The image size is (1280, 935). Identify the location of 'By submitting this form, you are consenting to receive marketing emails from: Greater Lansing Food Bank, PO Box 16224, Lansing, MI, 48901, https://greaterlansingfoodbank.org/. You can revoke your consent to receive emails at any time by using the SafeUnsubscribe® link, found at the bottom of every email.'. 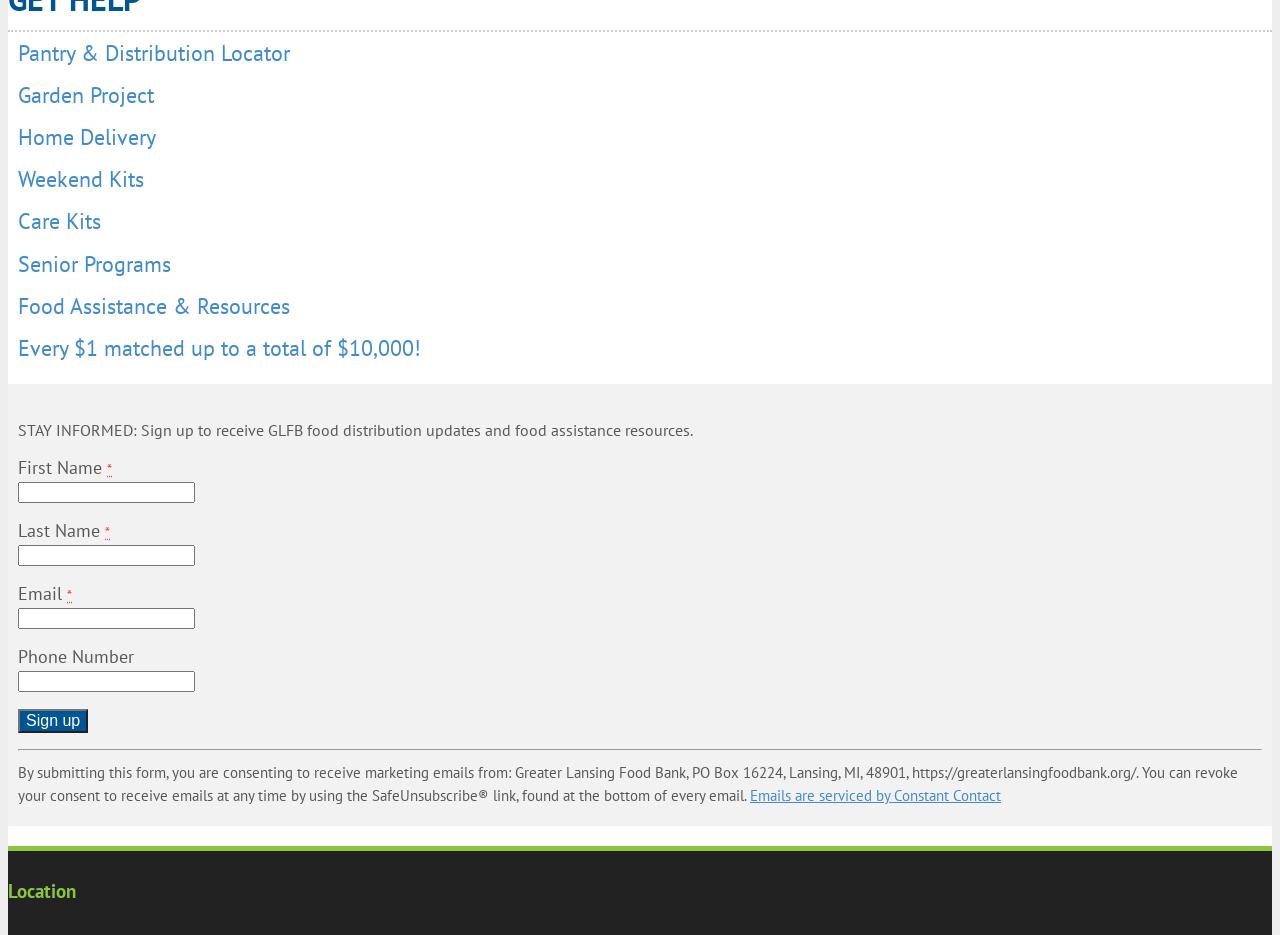
(626, 782).